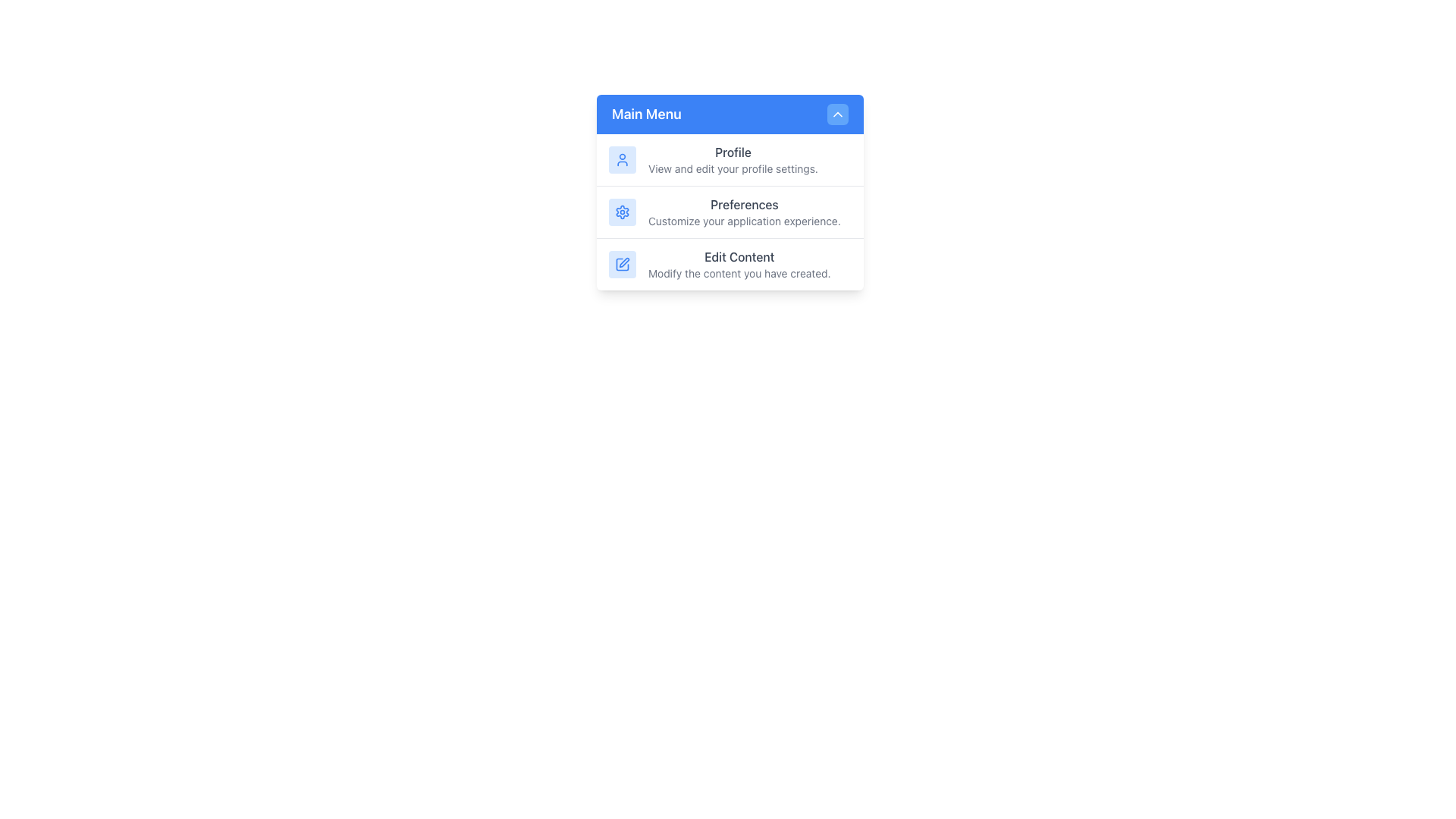  What do you see at coordinates (622, 160) in the screenshot?
I see `the blue user profile icon located at the leftmost side of the first section of the menu interface, adjacent to the heading 'Profile'` at bounding box center [622, 160].